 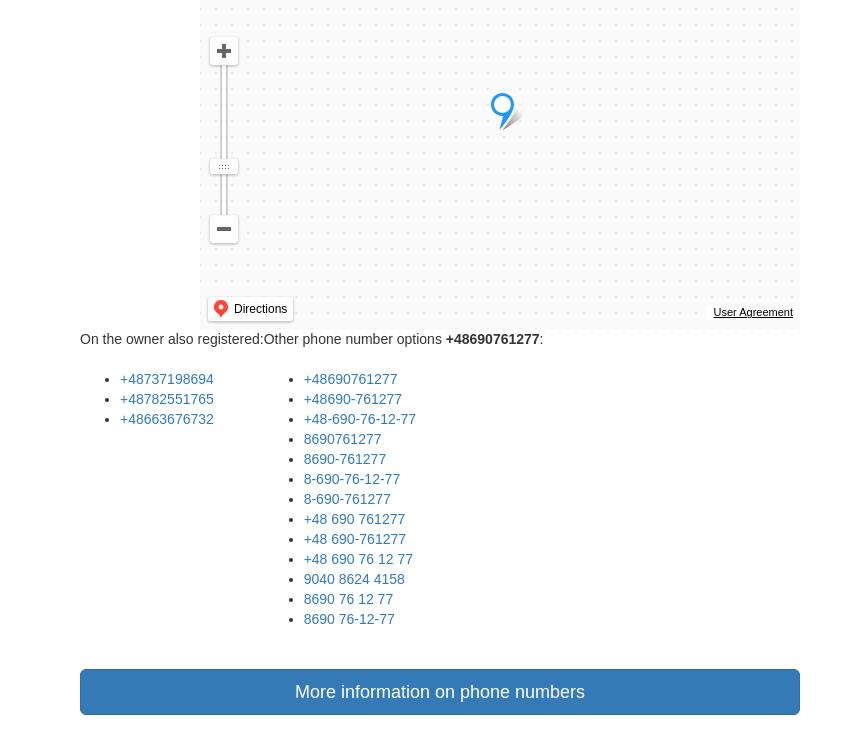 What do you see at coordinates (170, 338) in the screenshot?
I see `'On the owner also registered:'` at bounding box center [170, 338].